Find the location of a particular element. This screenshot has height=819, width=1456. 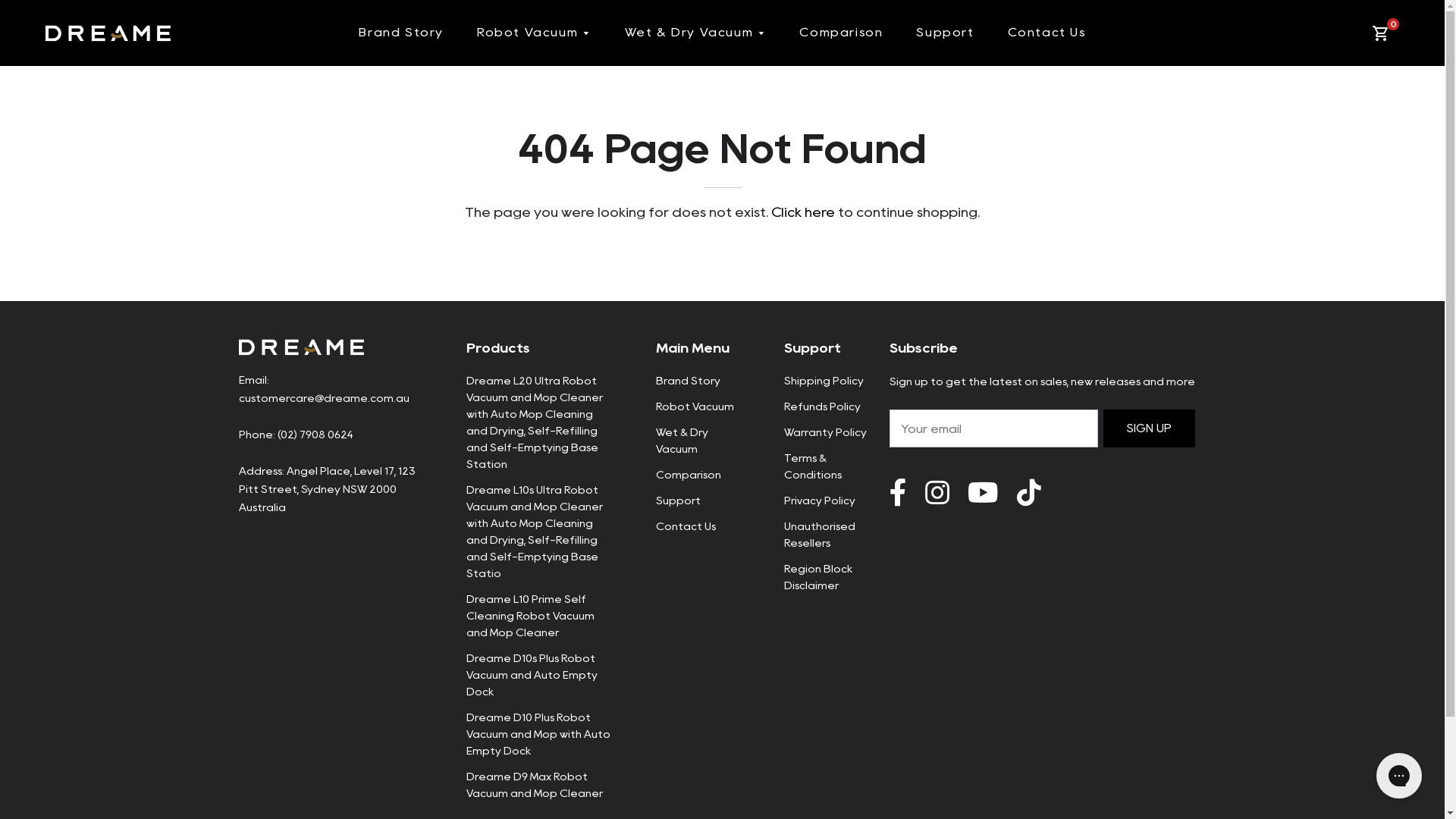

'Refunds Policy' is located at coordinates (821, 406).